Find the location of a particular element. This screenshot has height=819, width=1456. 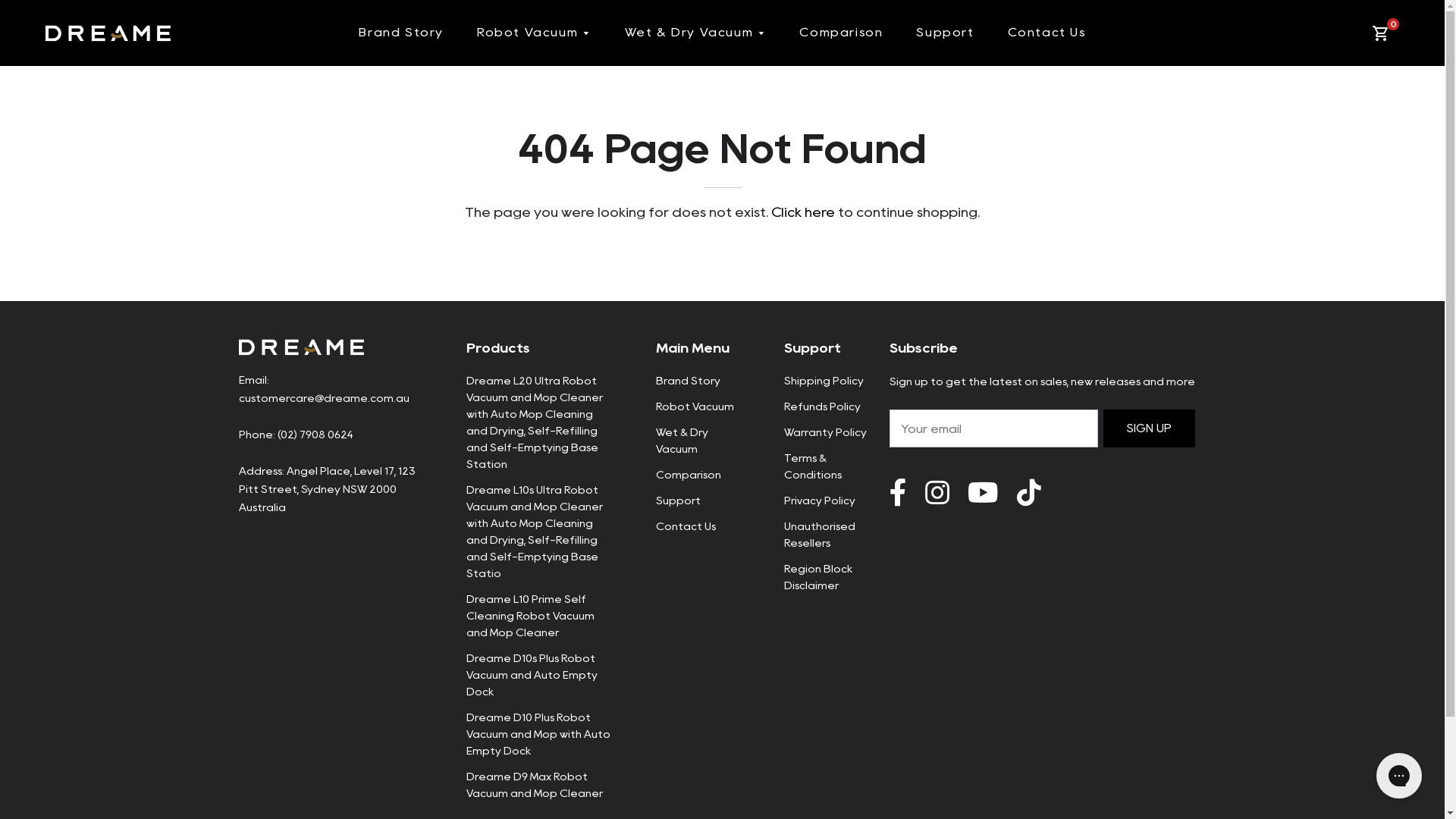

'Refunds Policy' is located at coordinates (821, 406).